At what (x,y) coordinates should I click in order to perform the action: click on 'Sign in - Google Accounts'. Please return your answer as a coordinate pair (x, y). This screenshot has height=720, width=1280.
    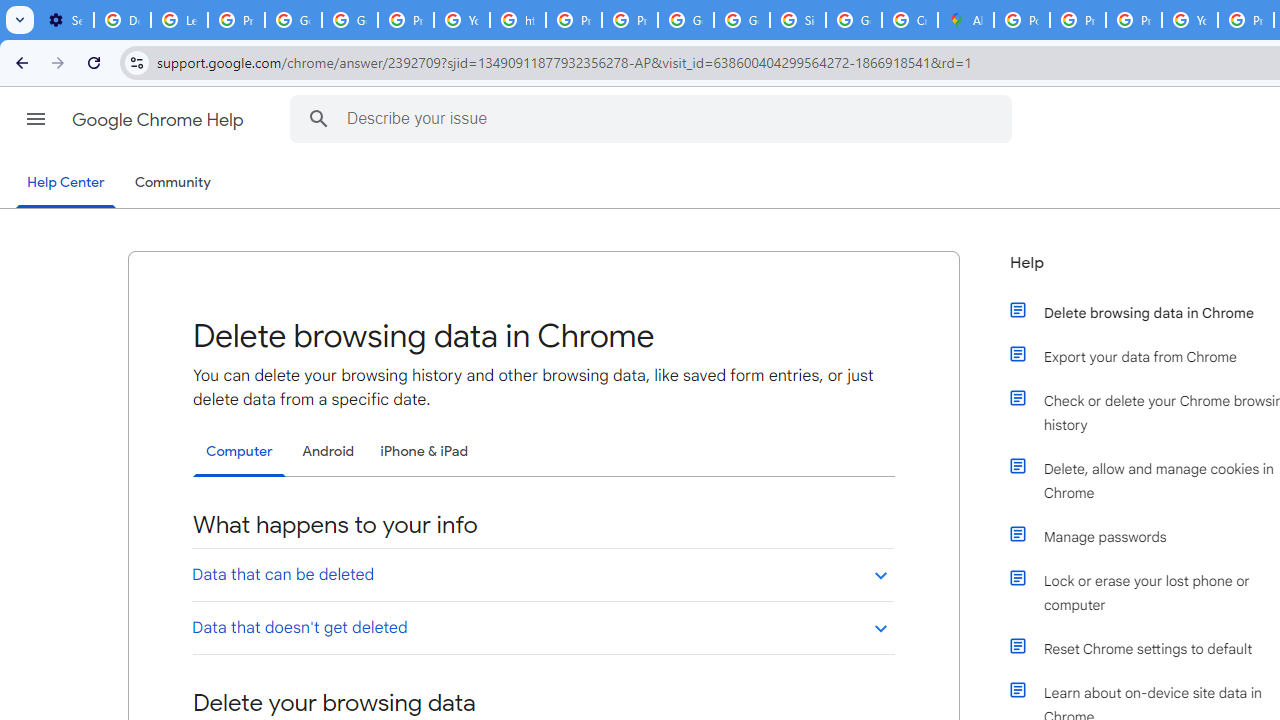
    Looking at the image, I should click on (797, 20).